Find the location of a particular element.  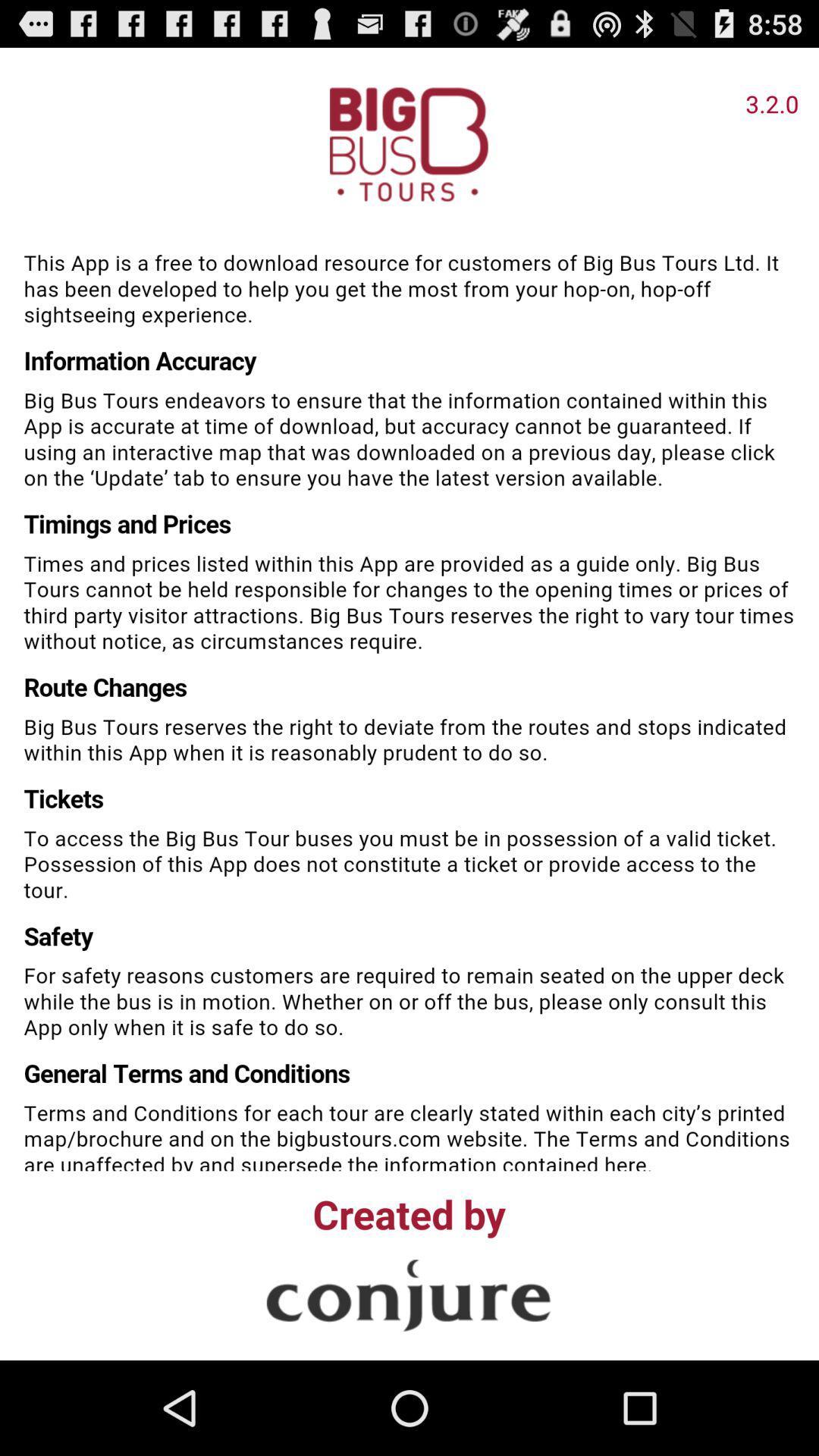

click conjure is located at coordinates (408, 1294).